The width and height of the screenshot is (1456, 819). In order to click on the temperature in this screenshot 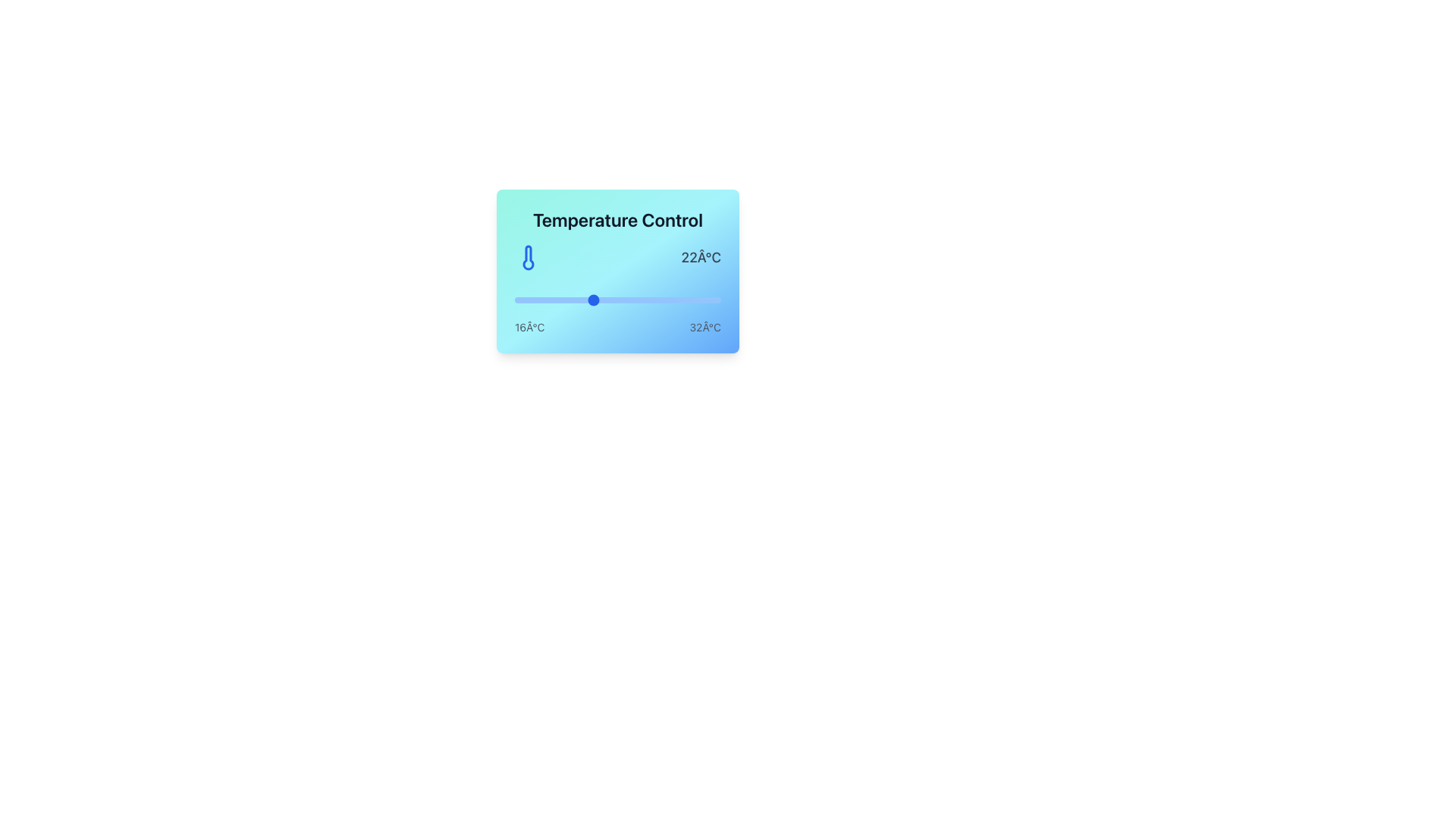, I will do `click(541, 300)`.